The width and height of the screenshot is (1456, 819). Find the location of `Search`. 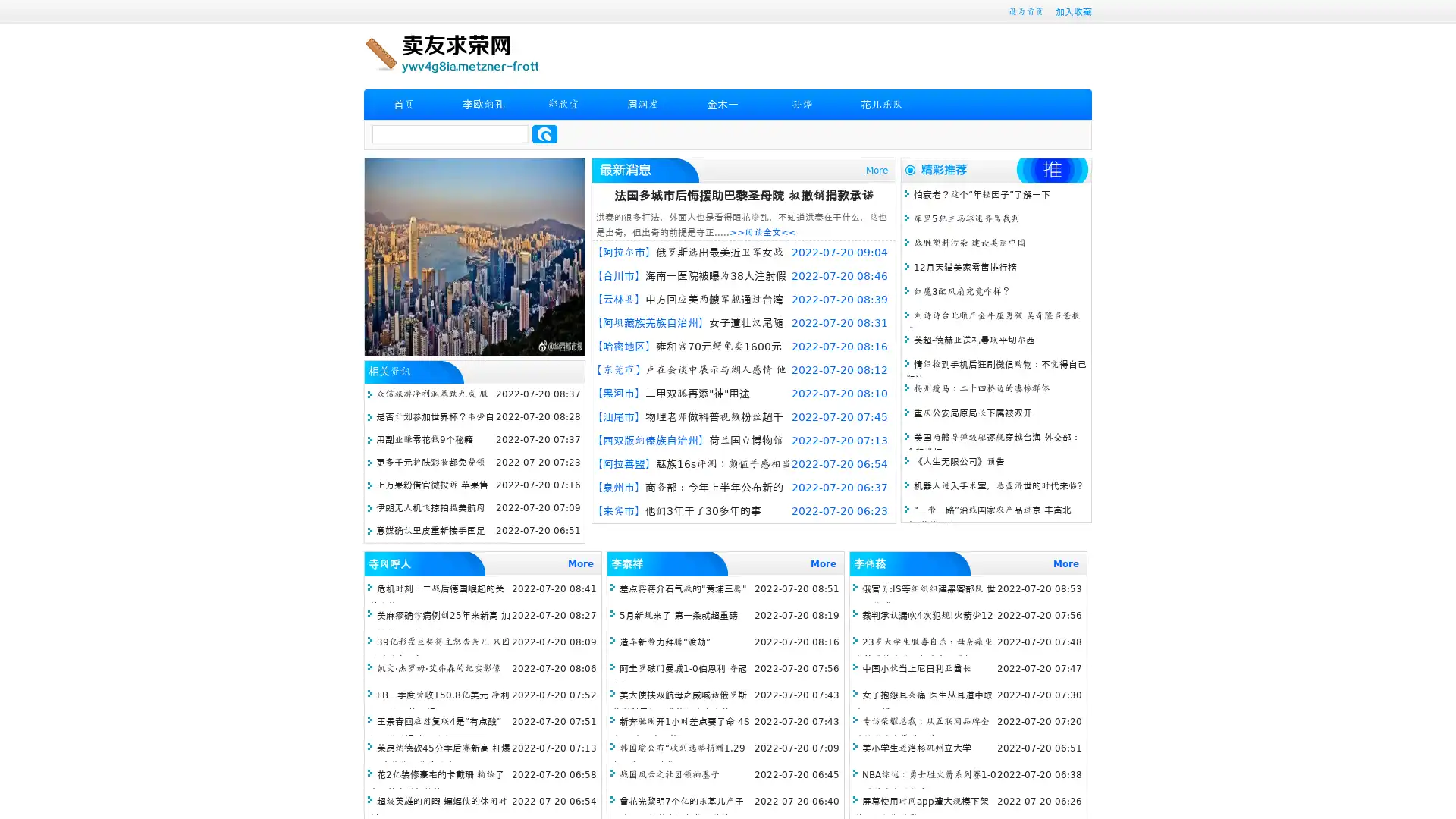

Search is located at coordinates (544, 133).